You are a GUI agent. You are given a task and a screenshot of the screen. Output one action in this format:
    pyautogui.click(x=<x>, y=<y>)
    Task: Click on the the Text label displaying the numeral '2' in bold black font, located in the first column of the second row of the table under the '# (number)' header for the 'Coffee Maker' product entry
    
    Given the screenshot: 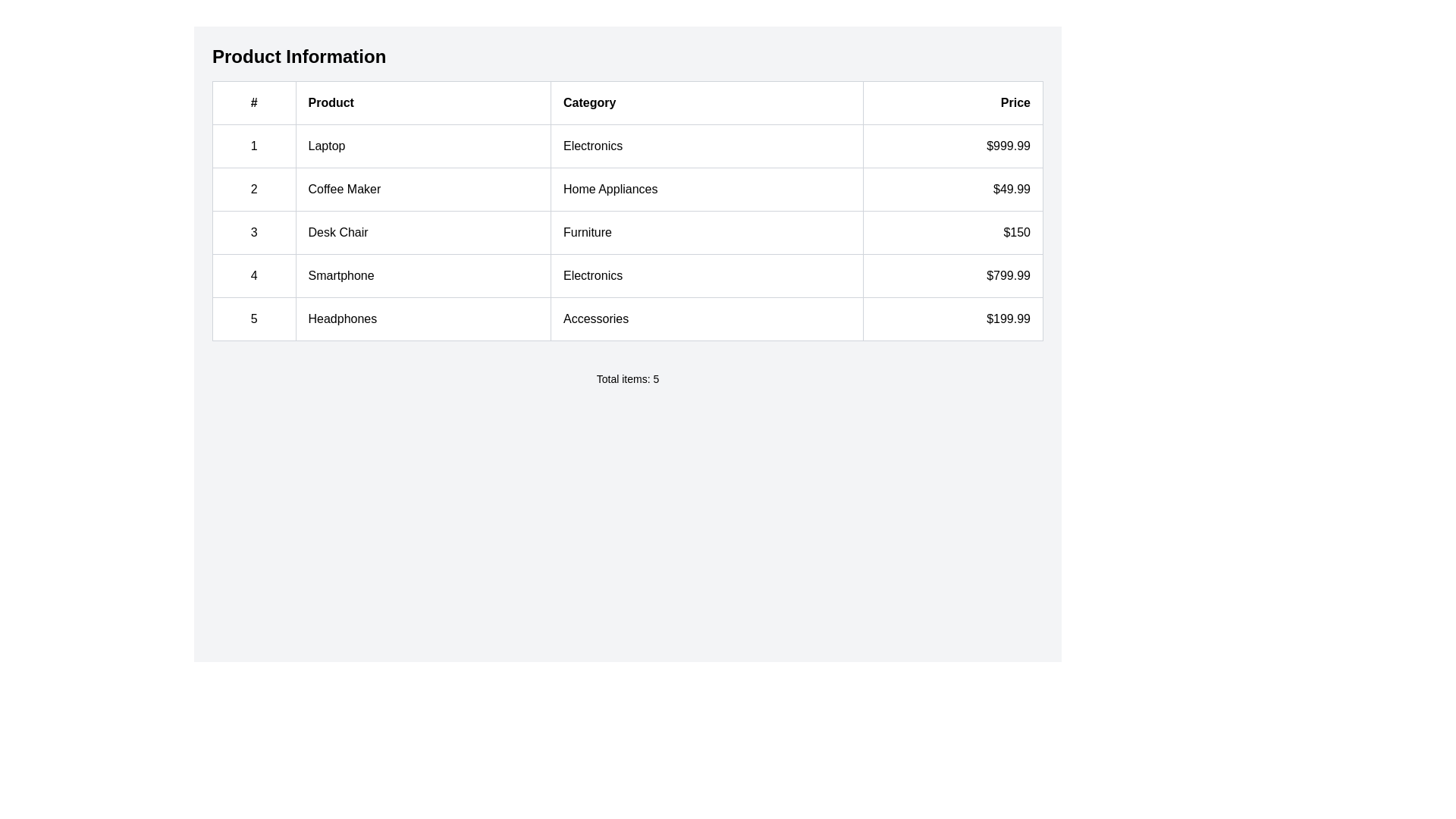 What is the action you would take?
    pyautogui.click(x=254, y=189)
    